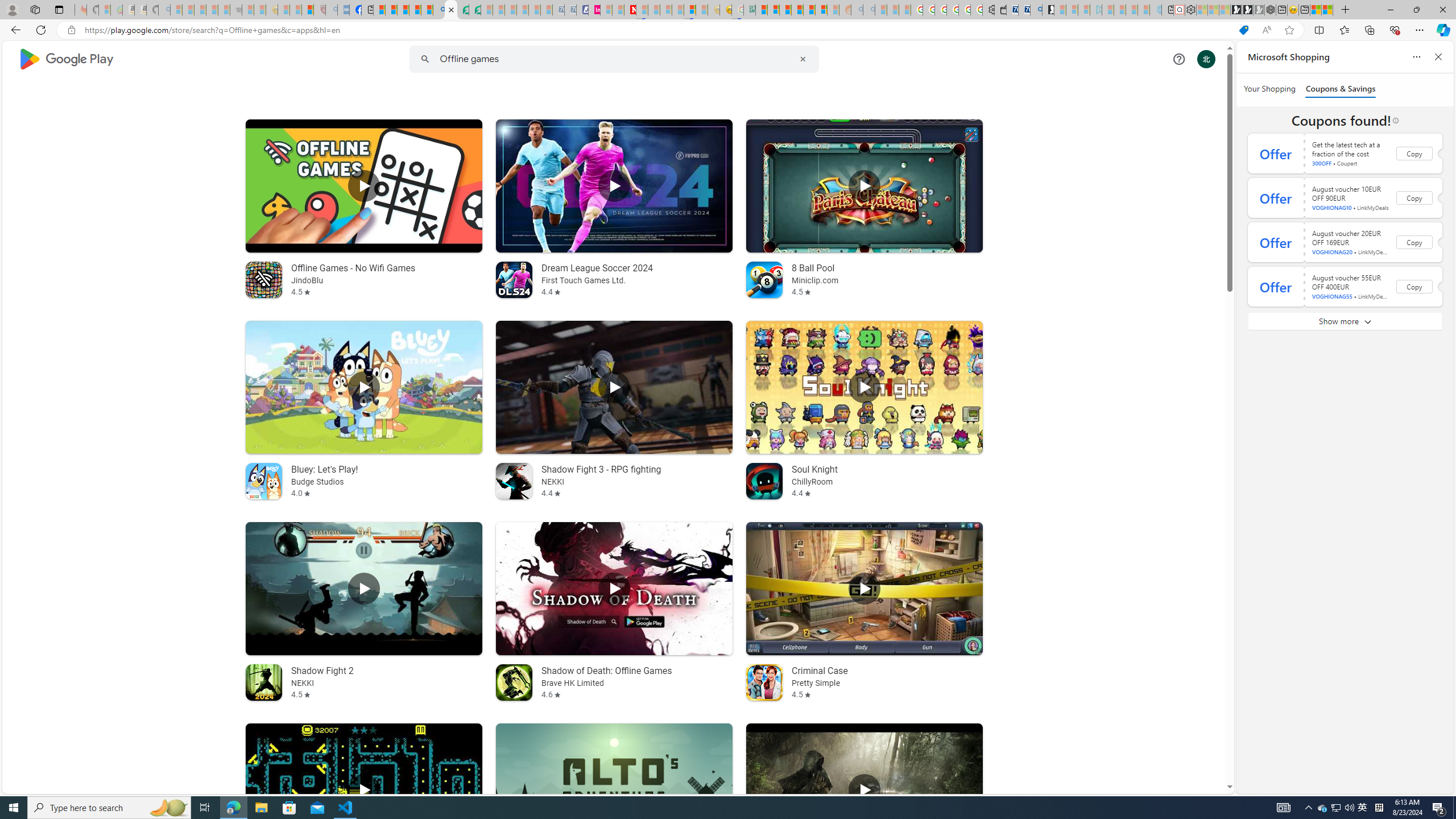 Image resolution: width=1456 pixels, height=819 pixels. What do you see at coordinates (1394, 29) in the screenshot?
I see `'Browser essentials'` at bounding box center [1394, 29].